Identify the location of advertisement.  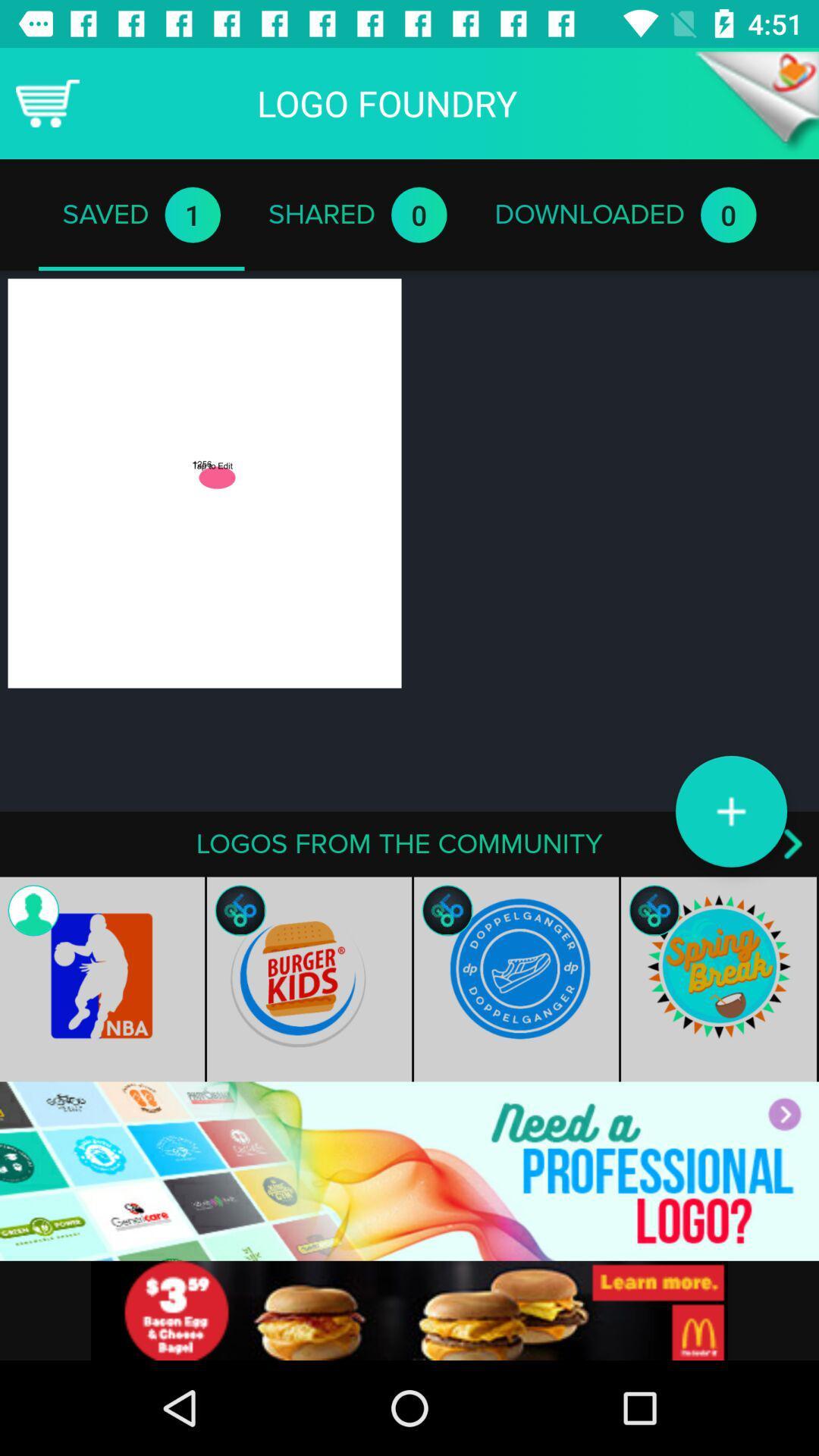
(409, 1170).